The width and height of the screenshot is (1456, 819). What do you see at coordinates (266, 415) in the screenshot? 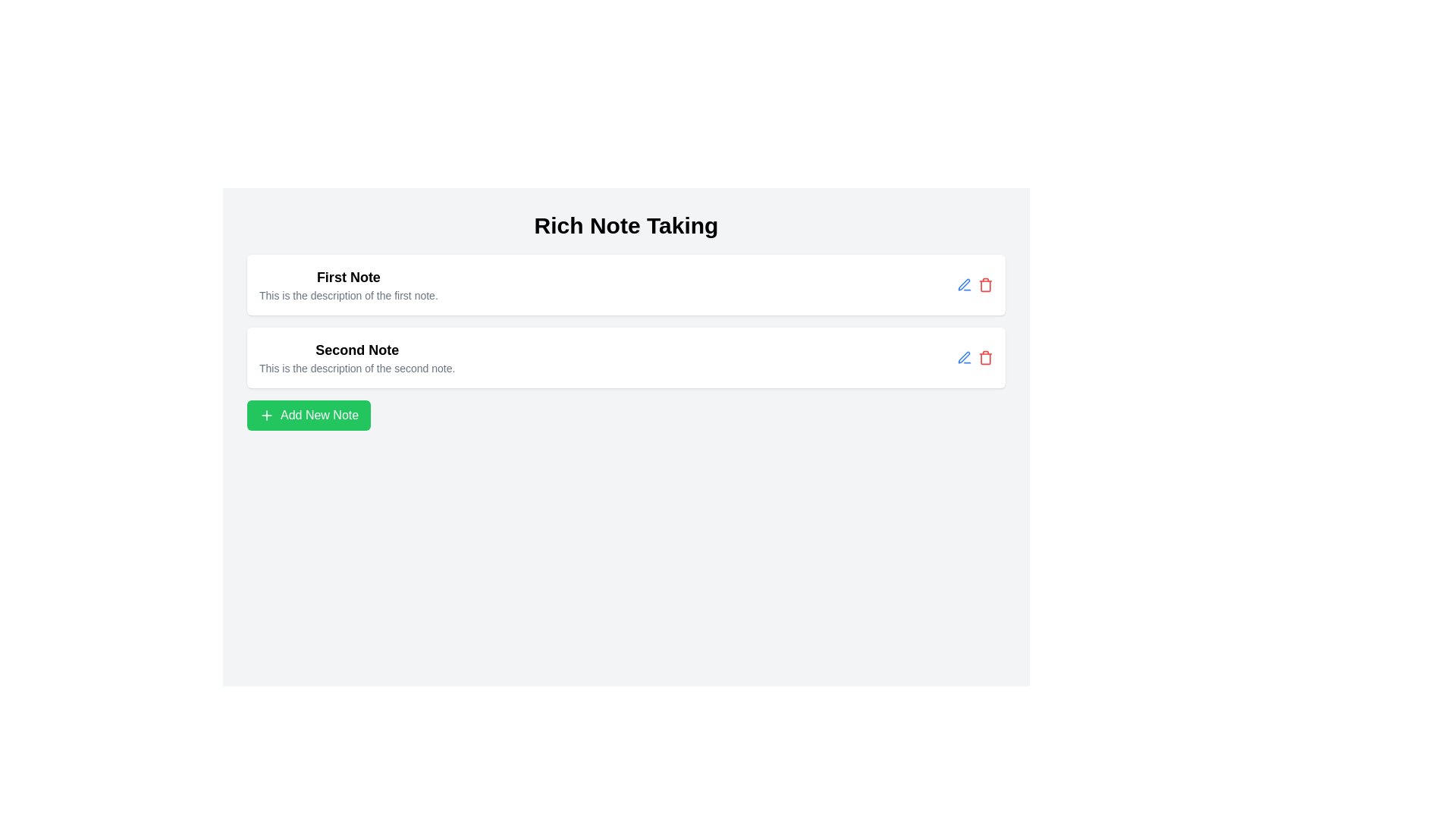
I see `the small square icon with a plus sign inside the 'Add New Note' button, which is visually indicated by its green background and stroke-based design` at bounding box center [266, 415].